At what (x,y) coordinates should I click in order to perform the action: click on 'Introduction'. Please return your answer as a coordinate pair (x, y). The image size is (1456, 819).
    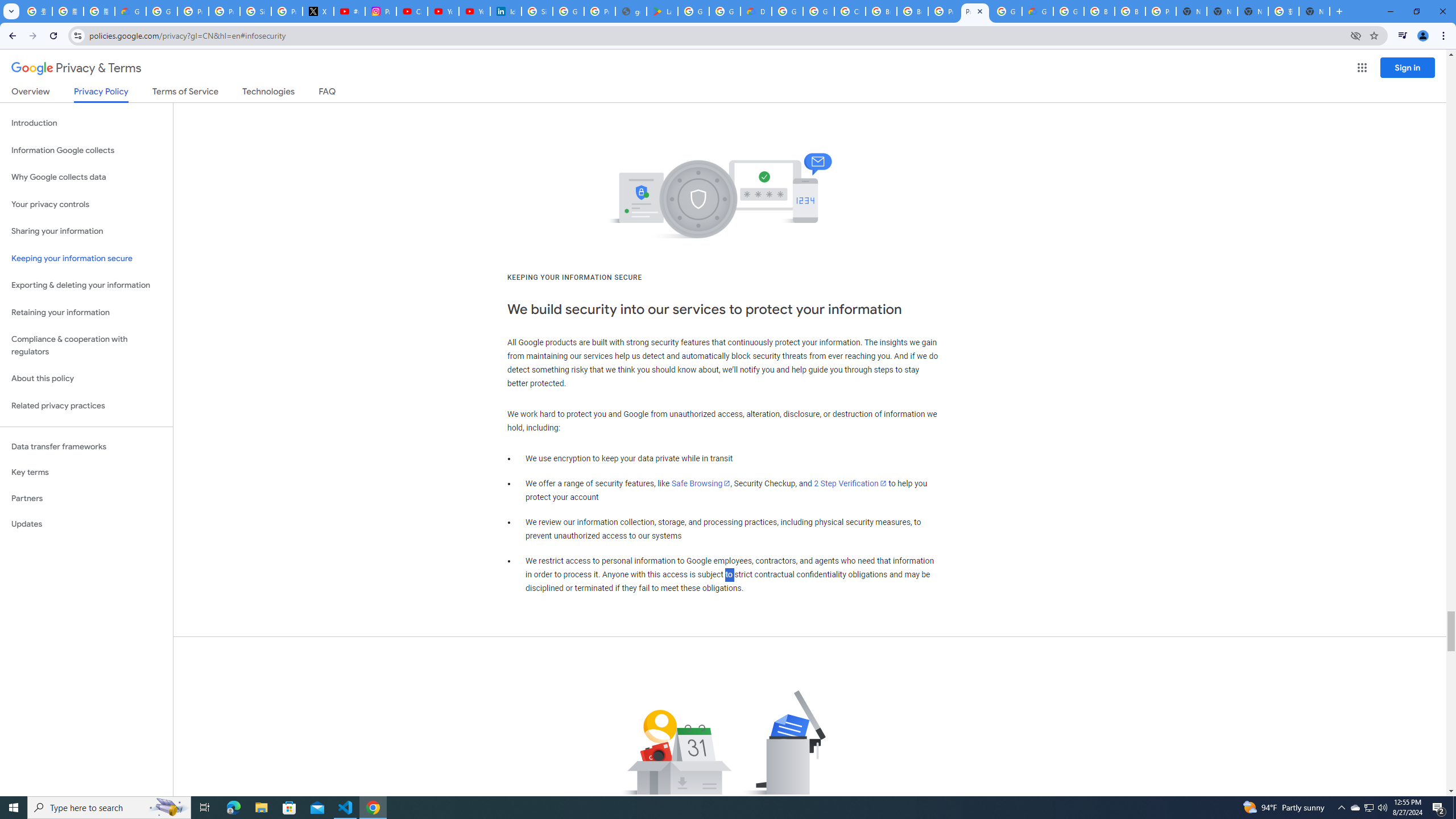
    Looking at the image, I should click on (86, 122).